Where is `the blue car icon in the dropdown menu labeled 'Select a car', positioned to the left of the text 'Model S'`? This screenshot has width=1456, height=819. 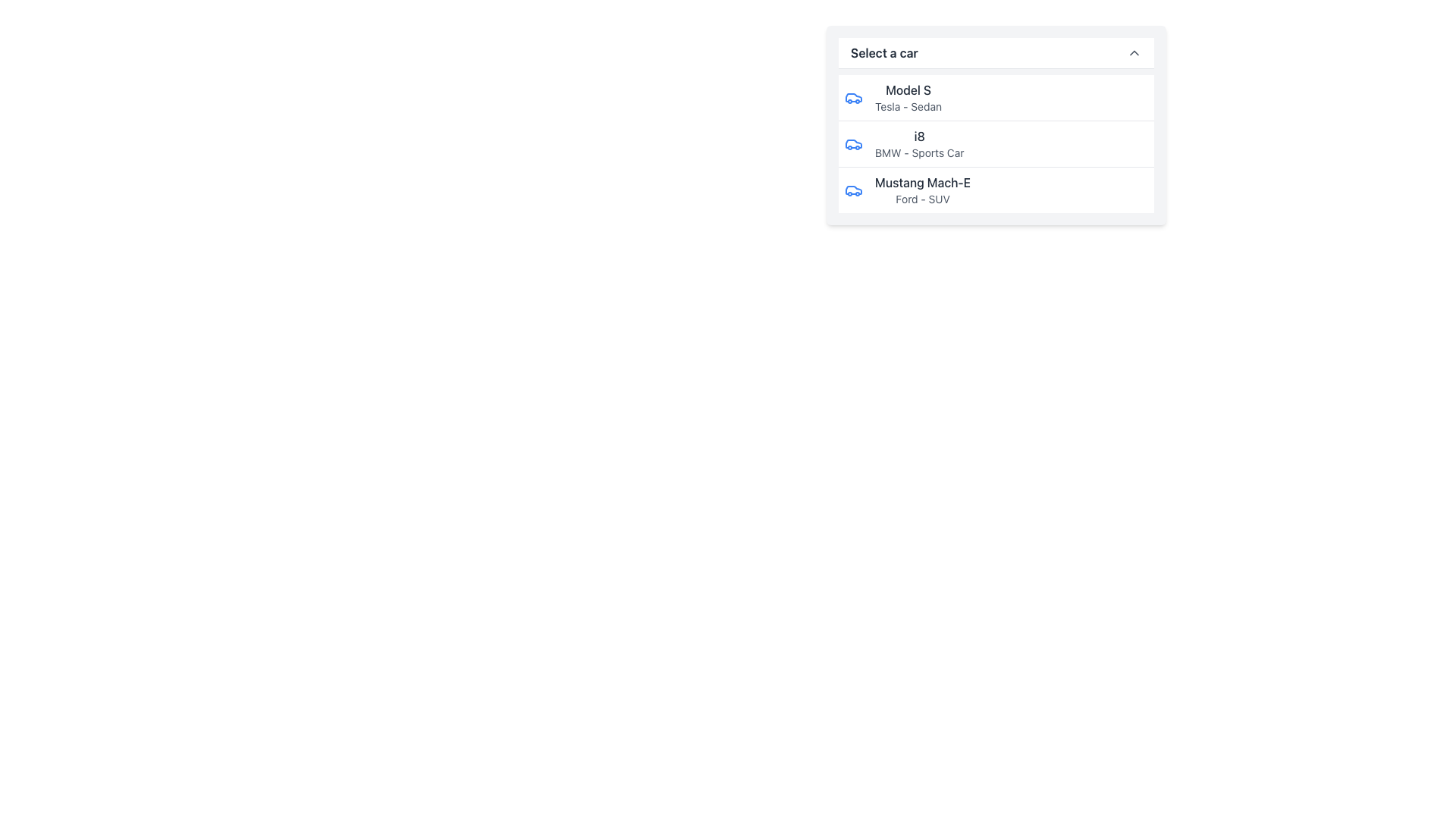
the blue car icon in the dropdown menu labeled 'Select a car', positioned to the left of the text 'Model S' is located at coordinates (854, 97).